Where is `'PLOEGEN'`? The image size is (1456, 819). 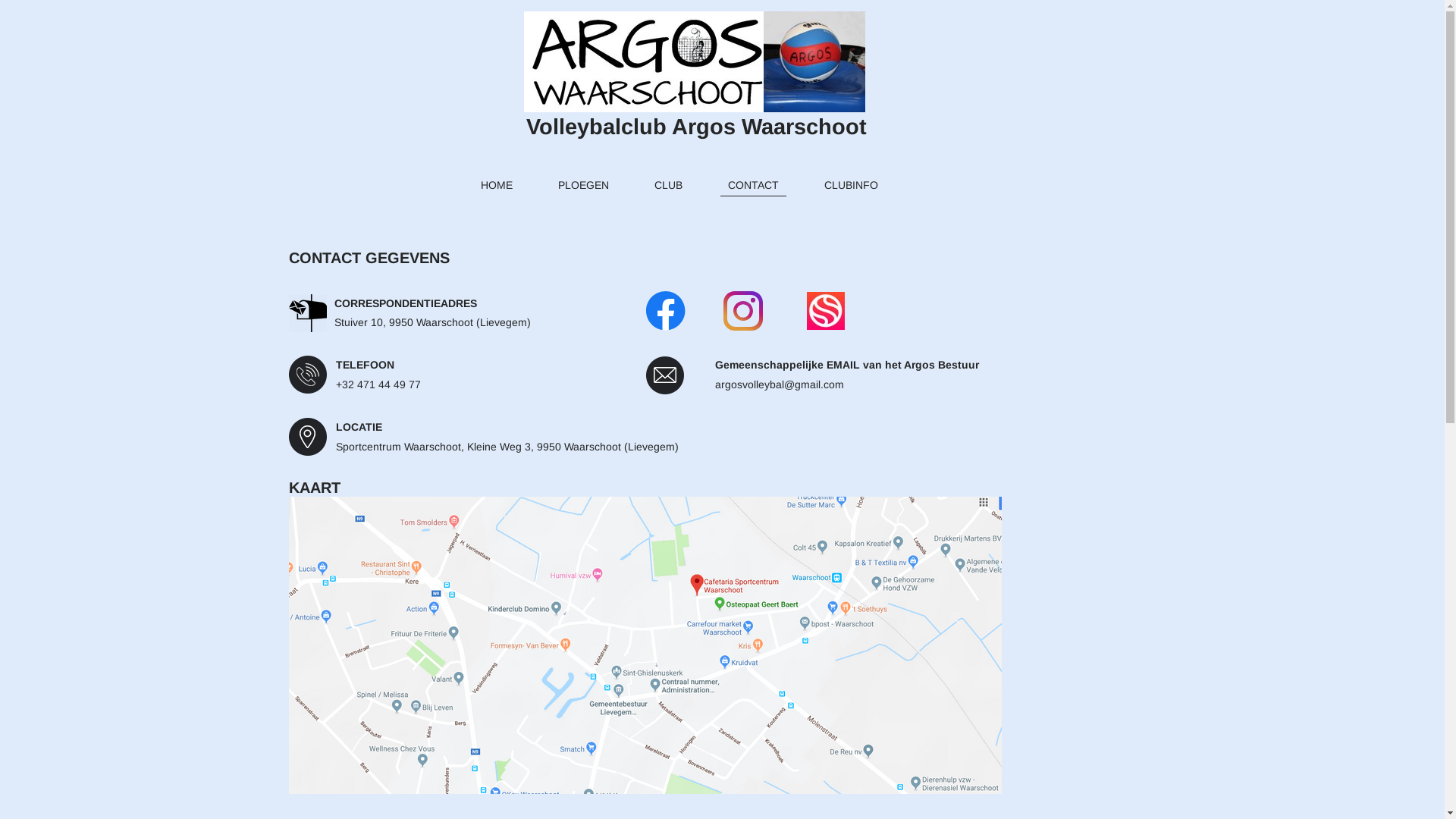
'PLOEGEN' is located at coordinates (582, 184).